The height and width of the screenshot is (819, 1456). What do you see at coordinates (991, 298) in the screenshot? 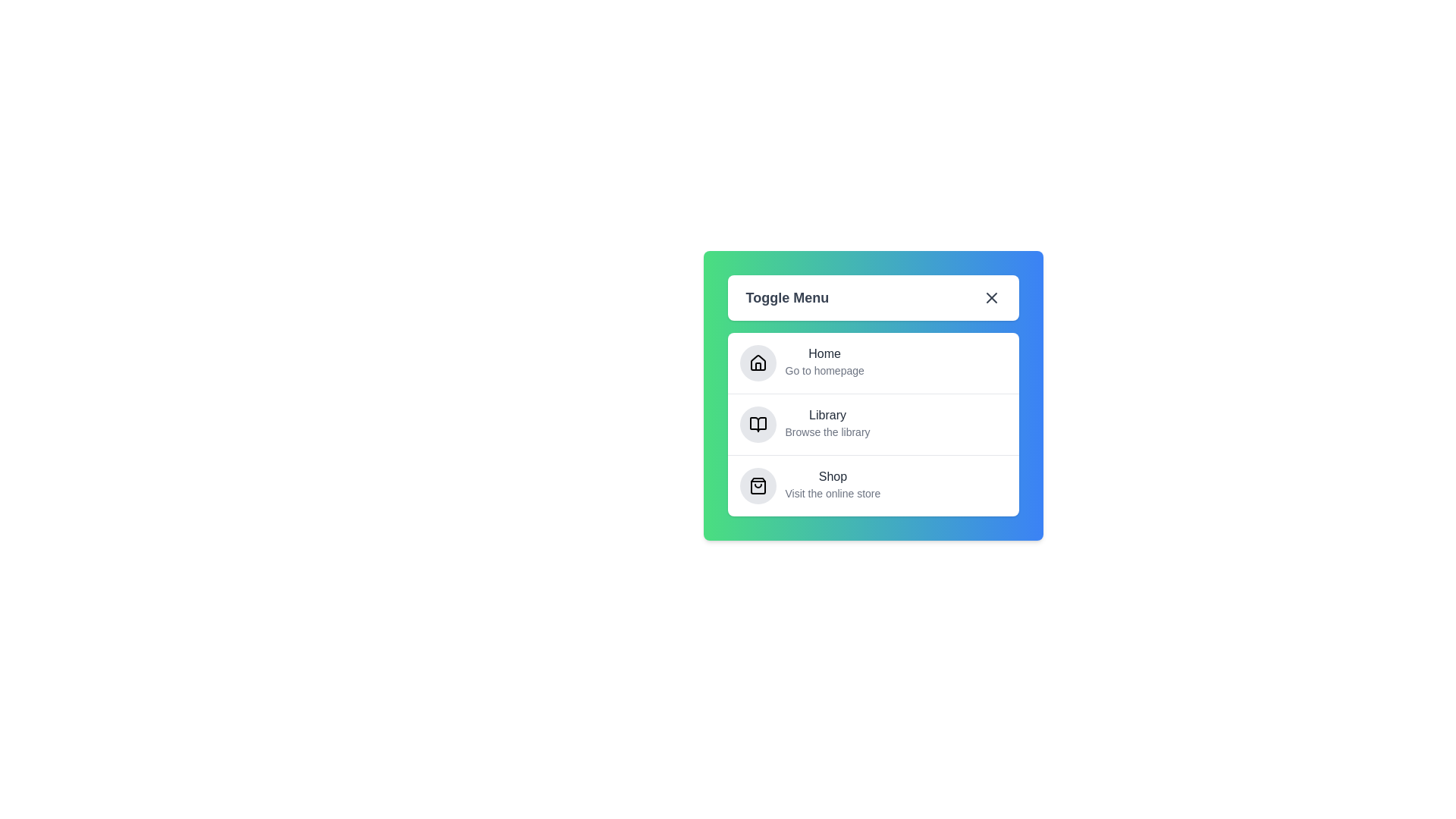
I see `the close icon ('X') to collapse the menu` at bounding box center [991, 298].